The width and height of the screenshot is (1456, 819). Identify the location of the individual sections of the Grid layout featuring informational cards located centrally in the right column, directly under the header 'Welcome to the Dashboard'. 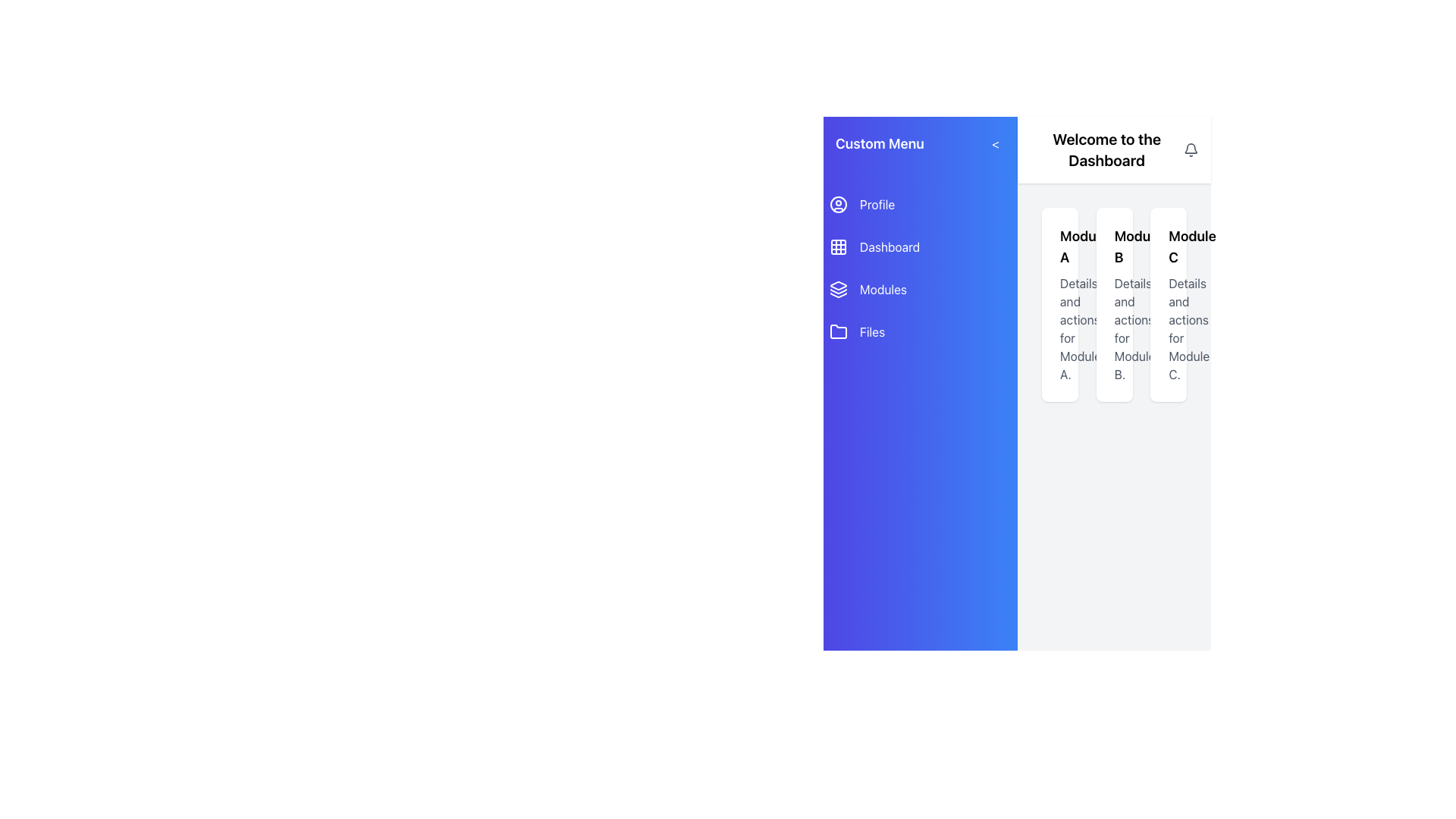
(1114, 304).